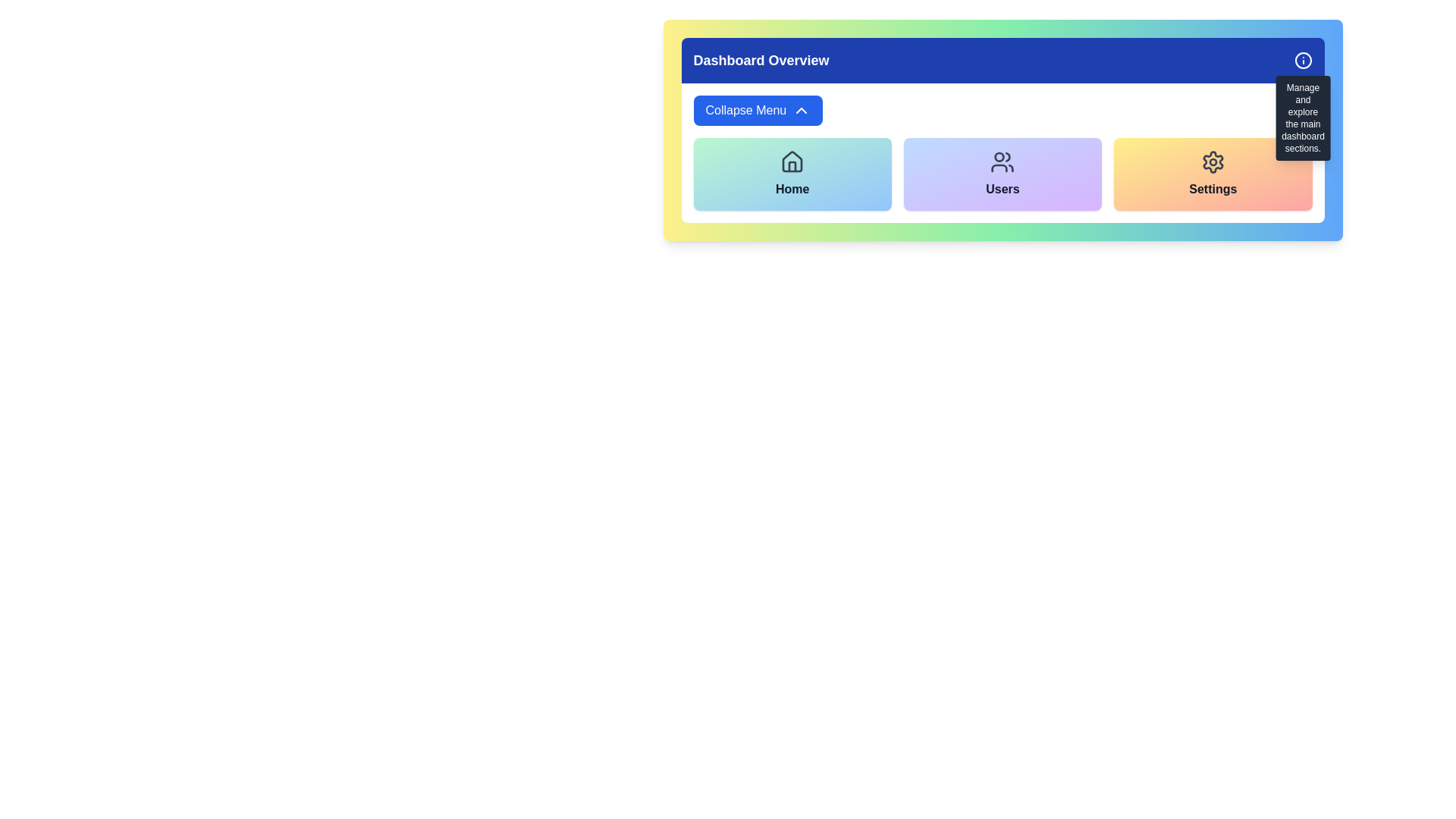 The width and height of the screenshot is (1456, 819). What do you see at coordinates (1302, 60) in the screenshot?
I see `the larger outer circle of the 'info' icon located in the top-right corner of the application interface` at bounding box center [1302, 60].